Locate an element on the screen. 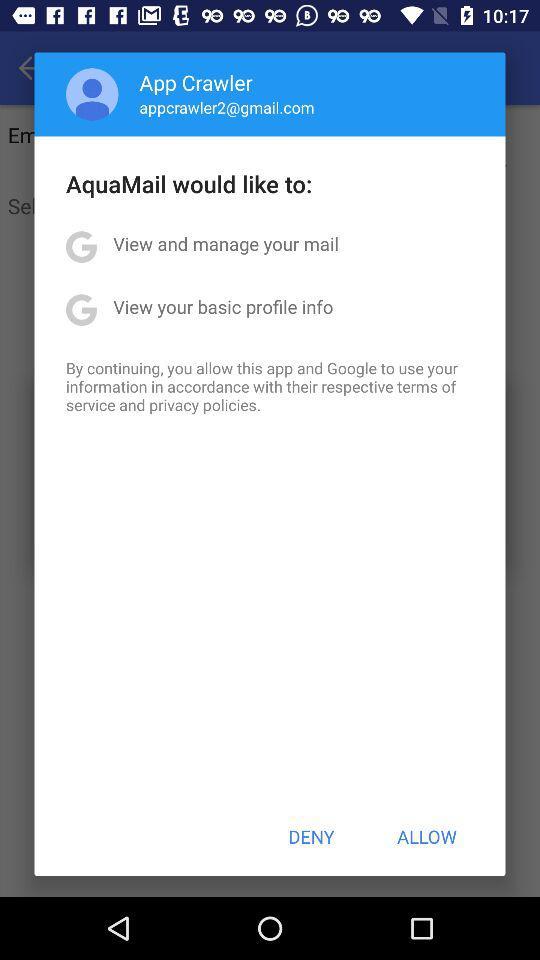 The width and height of the screenshot is (540, 960). icon to the left of the app crawler is located at coordinates (91, 94).